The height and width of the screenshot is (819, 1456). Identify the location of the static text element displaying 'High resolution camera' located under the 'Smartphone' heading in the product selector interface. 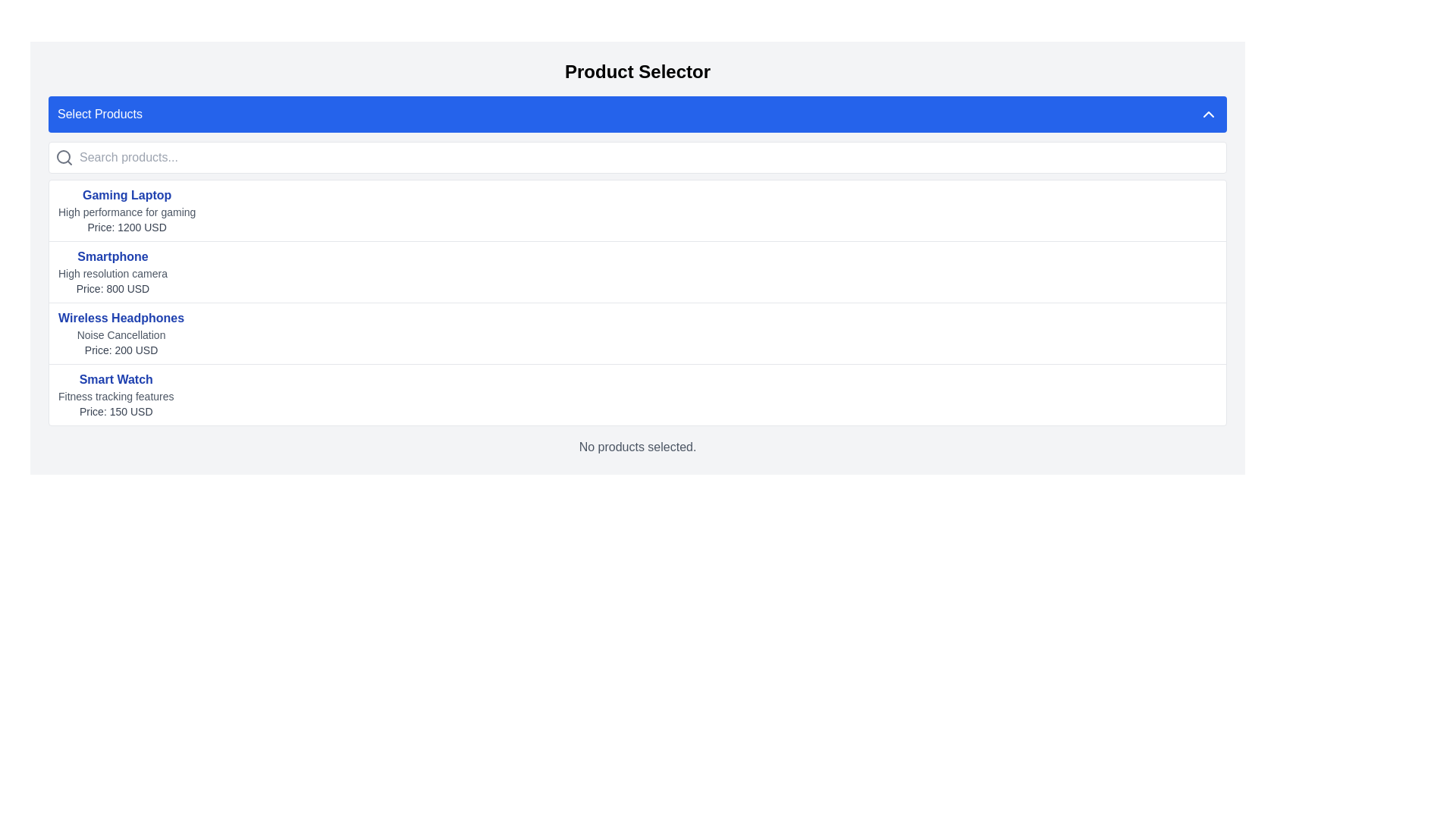
(111, 274).